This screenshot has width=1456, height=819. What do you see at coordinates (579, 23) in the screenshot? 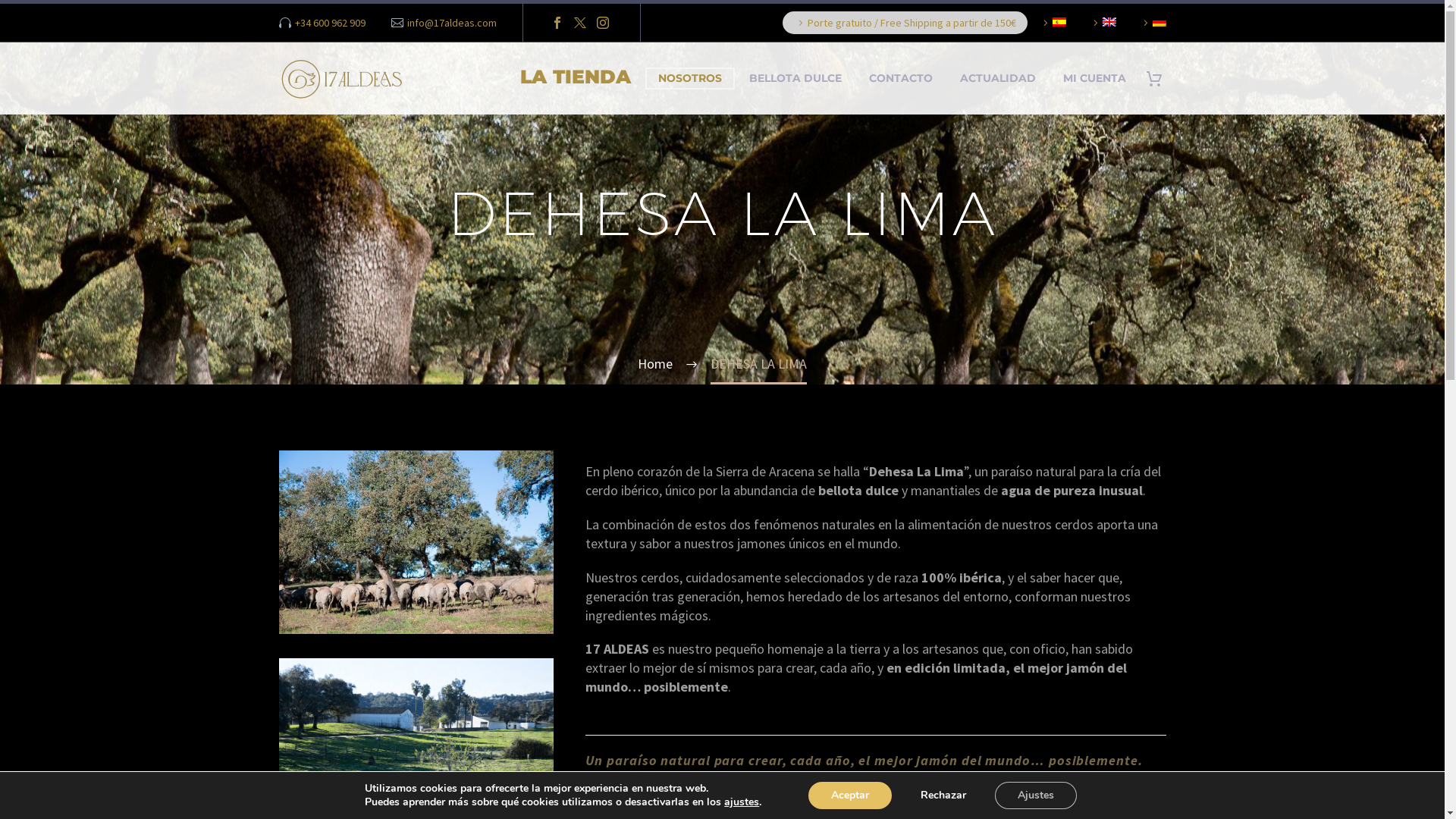
I see `'Twitter'` at bounding box center [579, 23].